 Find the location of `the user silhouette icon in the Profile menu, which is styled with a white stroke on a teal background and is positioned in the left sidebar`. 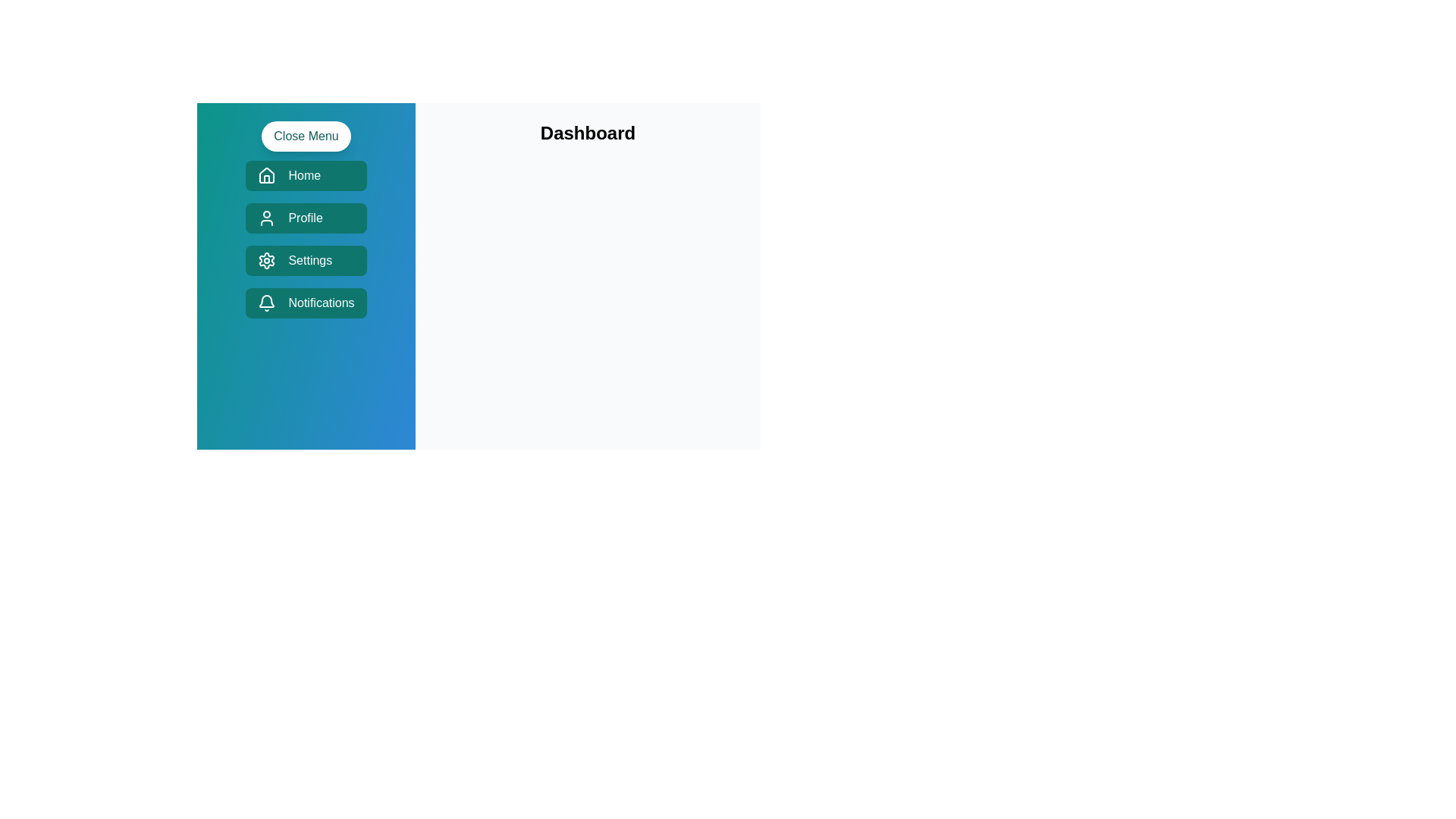

the user silhouette icon in the Profile menu, which is styled with a white stroke on a teal background and is positioned in the left sidebar is located at coordinates (267, 218).